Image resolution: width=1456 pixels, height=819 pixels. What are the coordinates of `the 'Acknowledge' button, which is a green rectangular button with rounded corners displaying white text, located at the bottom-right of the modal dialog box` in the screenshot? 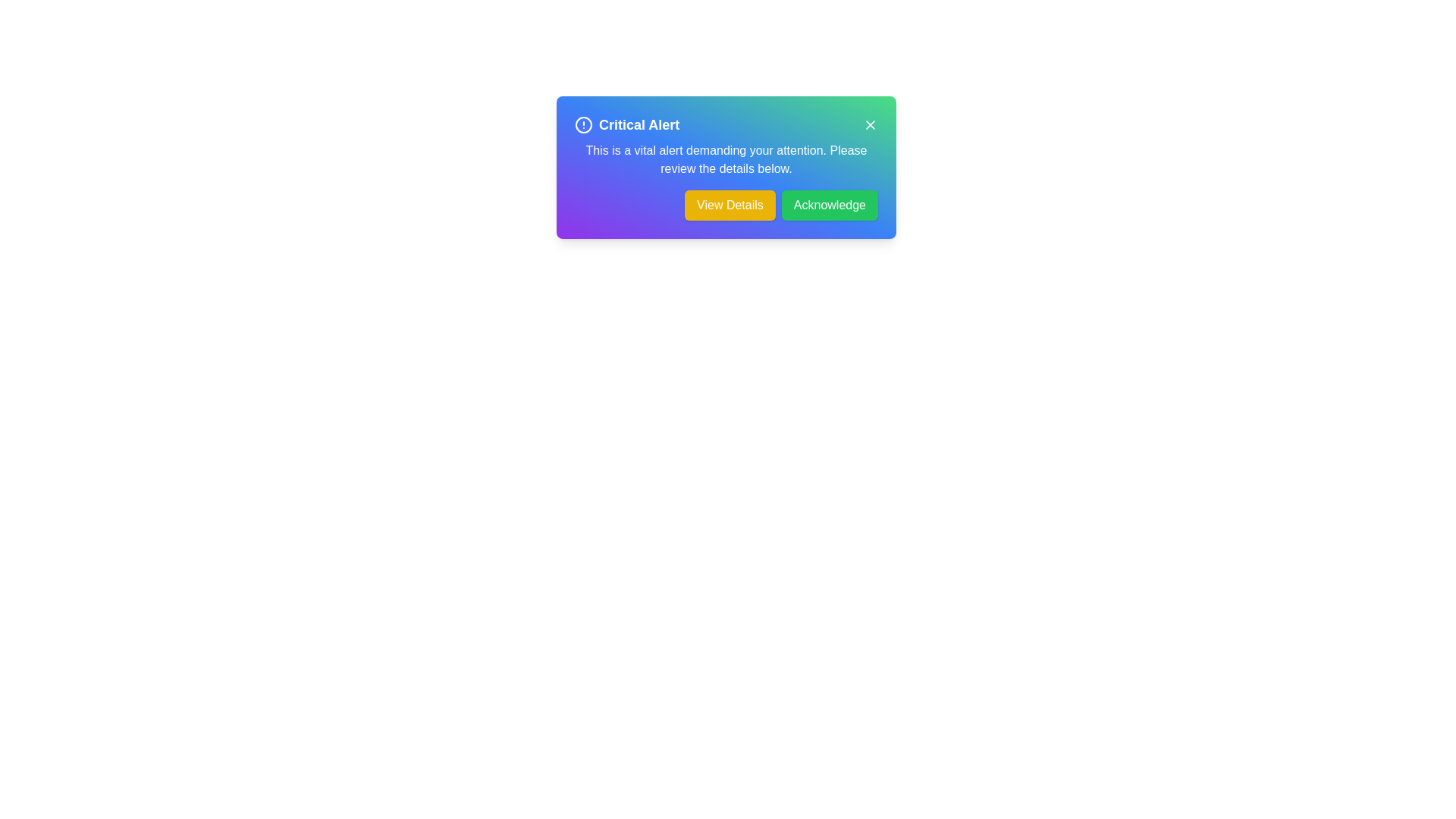 It's located at (829, 205).